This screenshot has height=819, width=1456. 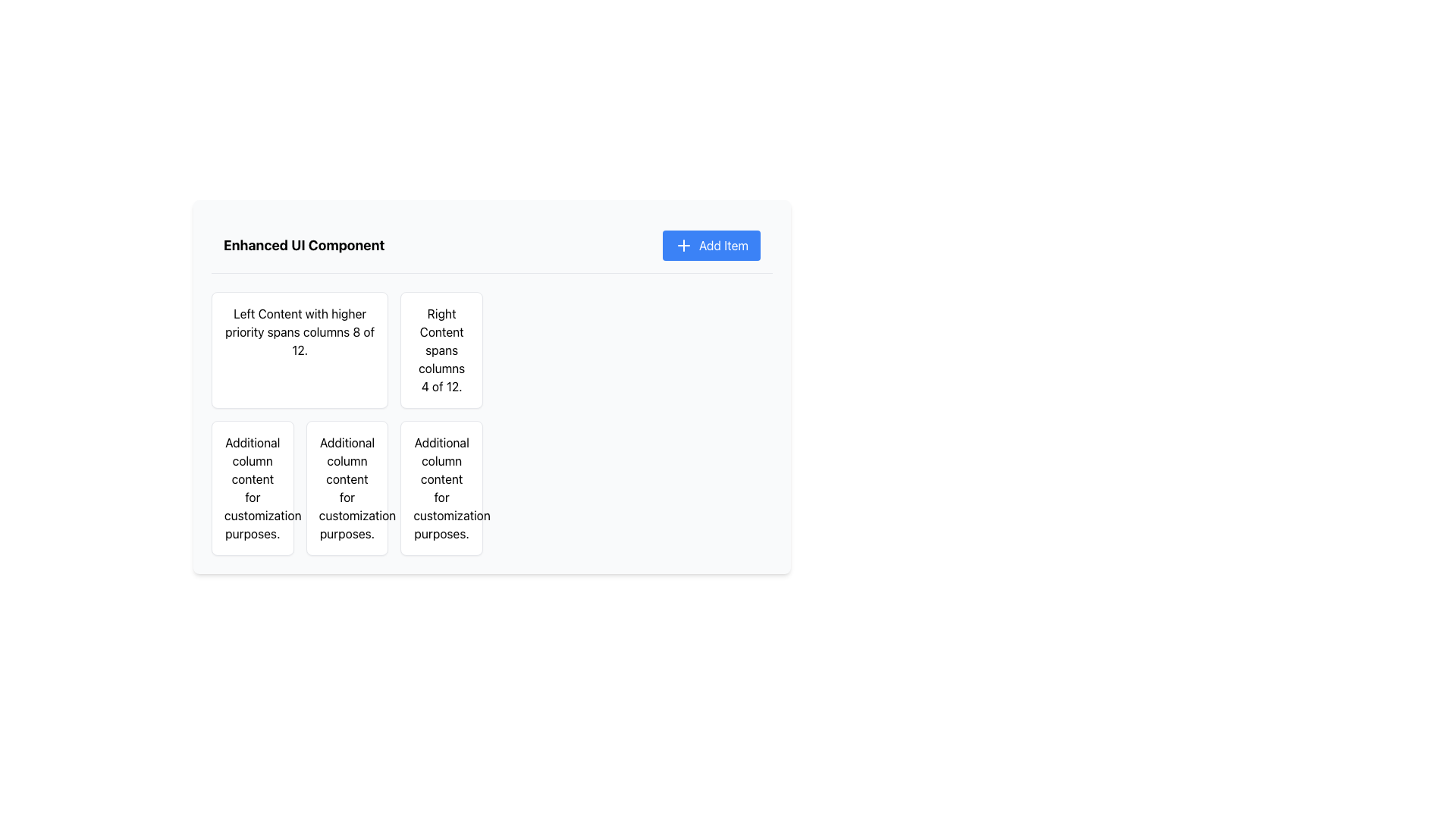 I want to click on text content of the Text content block positioned as the rightmost card in the bottom row of the grid layout, so click(x=441, y=488).